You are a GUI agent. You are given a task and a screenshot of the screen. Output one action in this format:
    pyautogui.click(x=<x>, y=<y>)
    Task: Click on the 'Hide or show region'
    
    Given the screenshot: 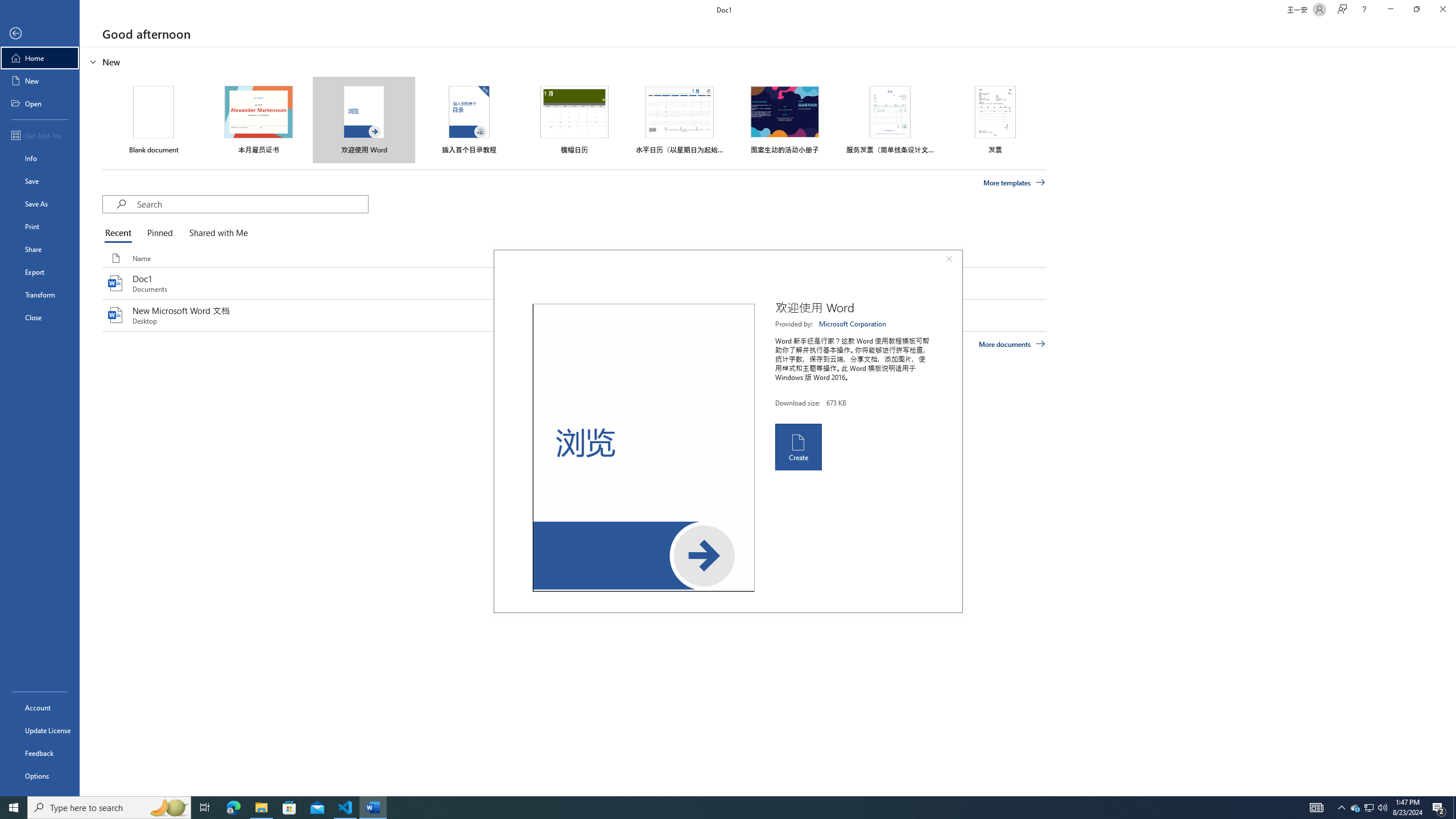 What is the action you would take?
    pyautogui.click(x=93, y=61)
    